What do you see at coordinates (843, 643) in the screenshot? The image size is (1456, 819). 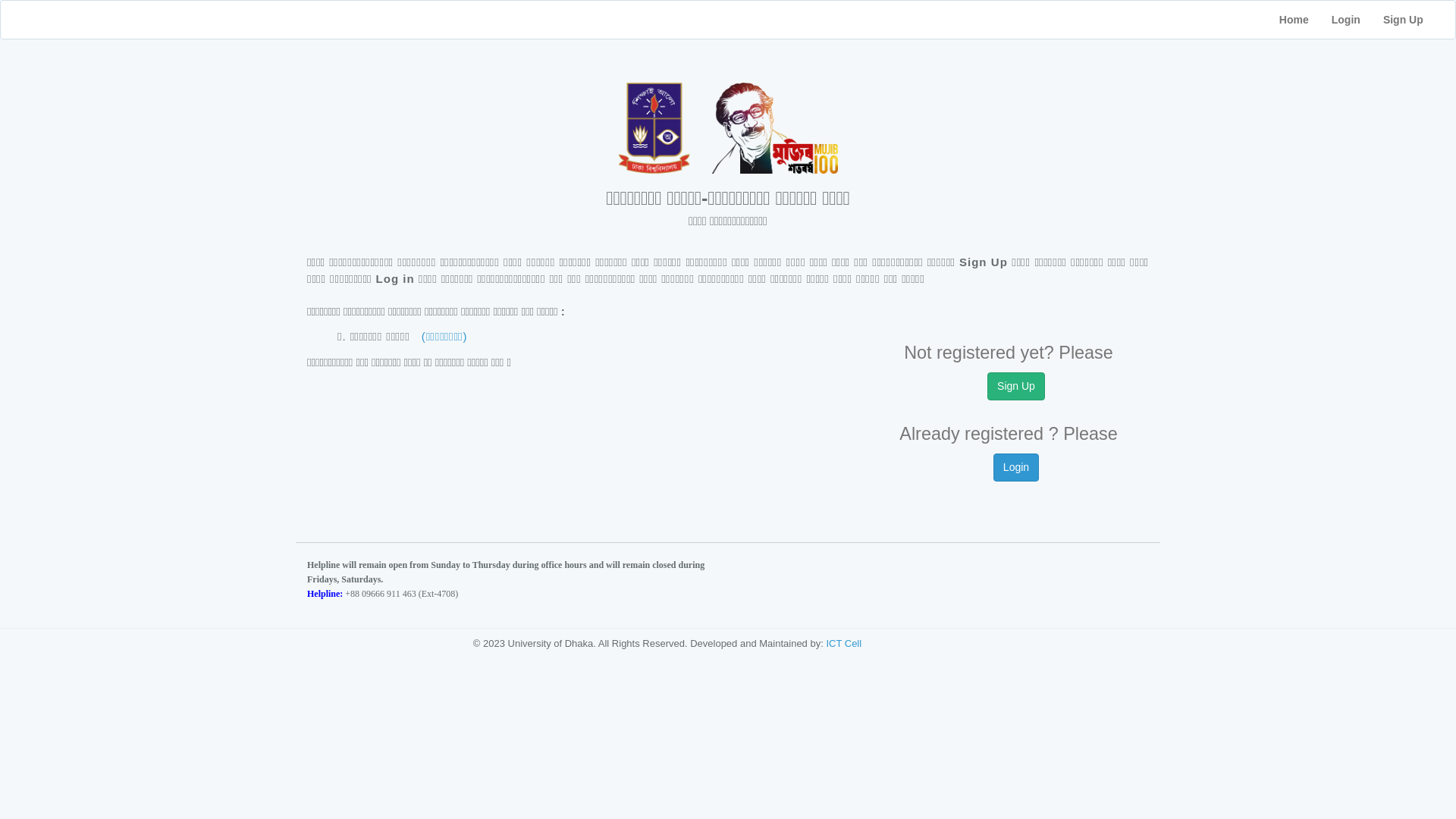 I see `'ICT Cell'` at bounding box center [843, 643].